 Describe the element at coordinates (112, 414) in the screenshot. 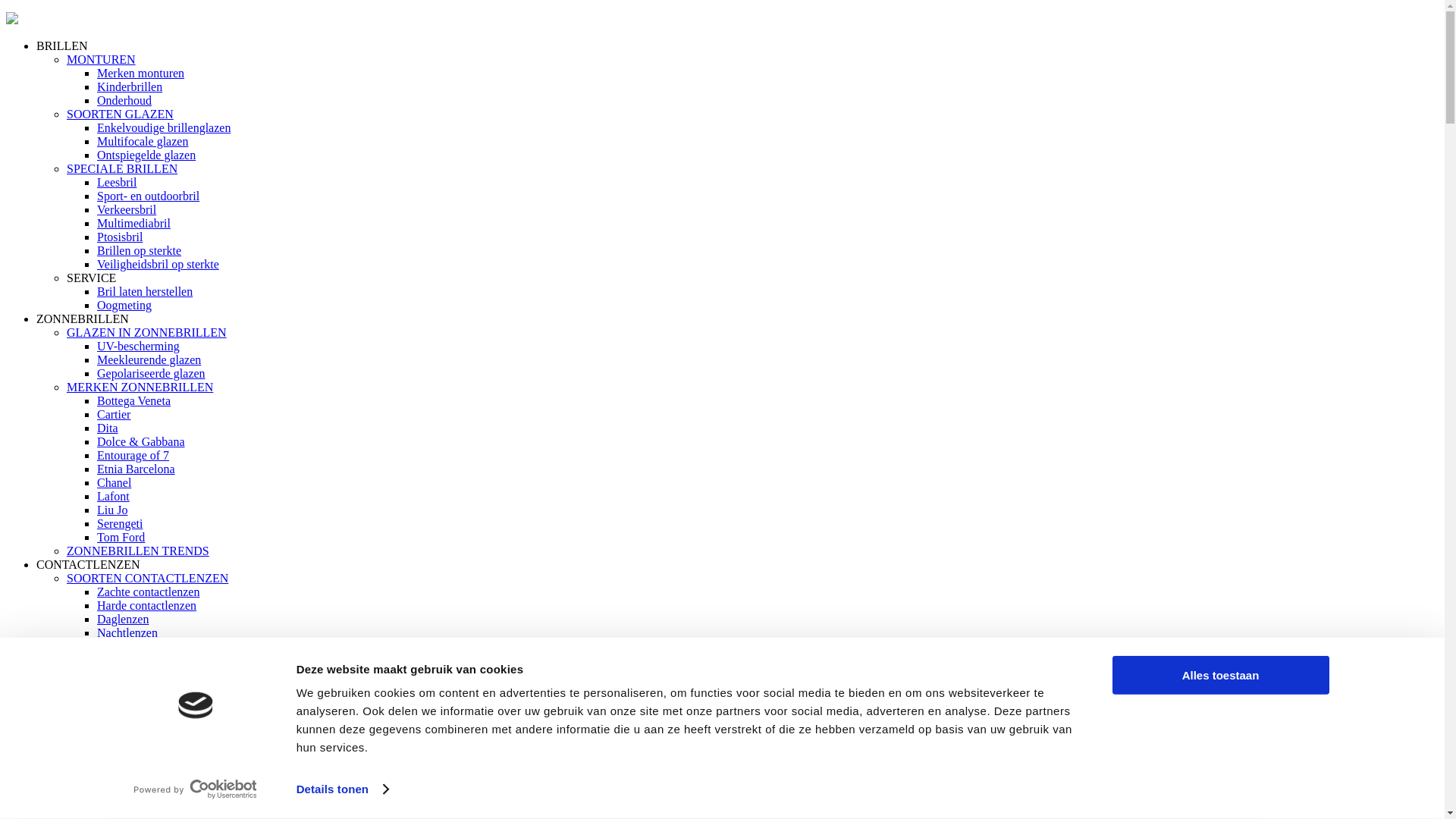

I see `'Cartier'` at that location.